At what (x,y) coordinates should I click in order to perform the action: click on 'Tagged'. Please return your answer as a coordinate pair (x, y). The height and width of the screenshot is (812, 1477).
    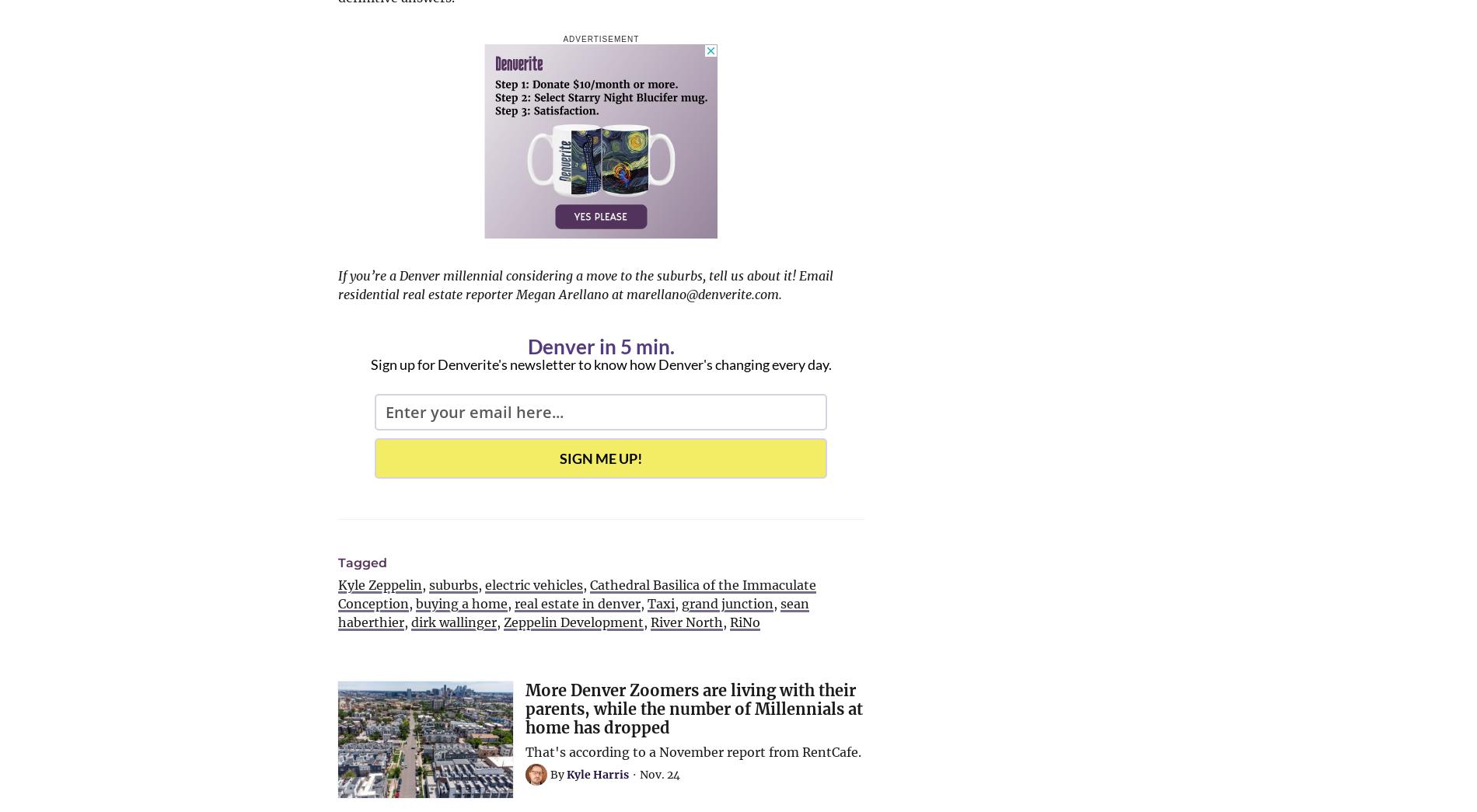
    Looking at the image, I should click on (337, 562).